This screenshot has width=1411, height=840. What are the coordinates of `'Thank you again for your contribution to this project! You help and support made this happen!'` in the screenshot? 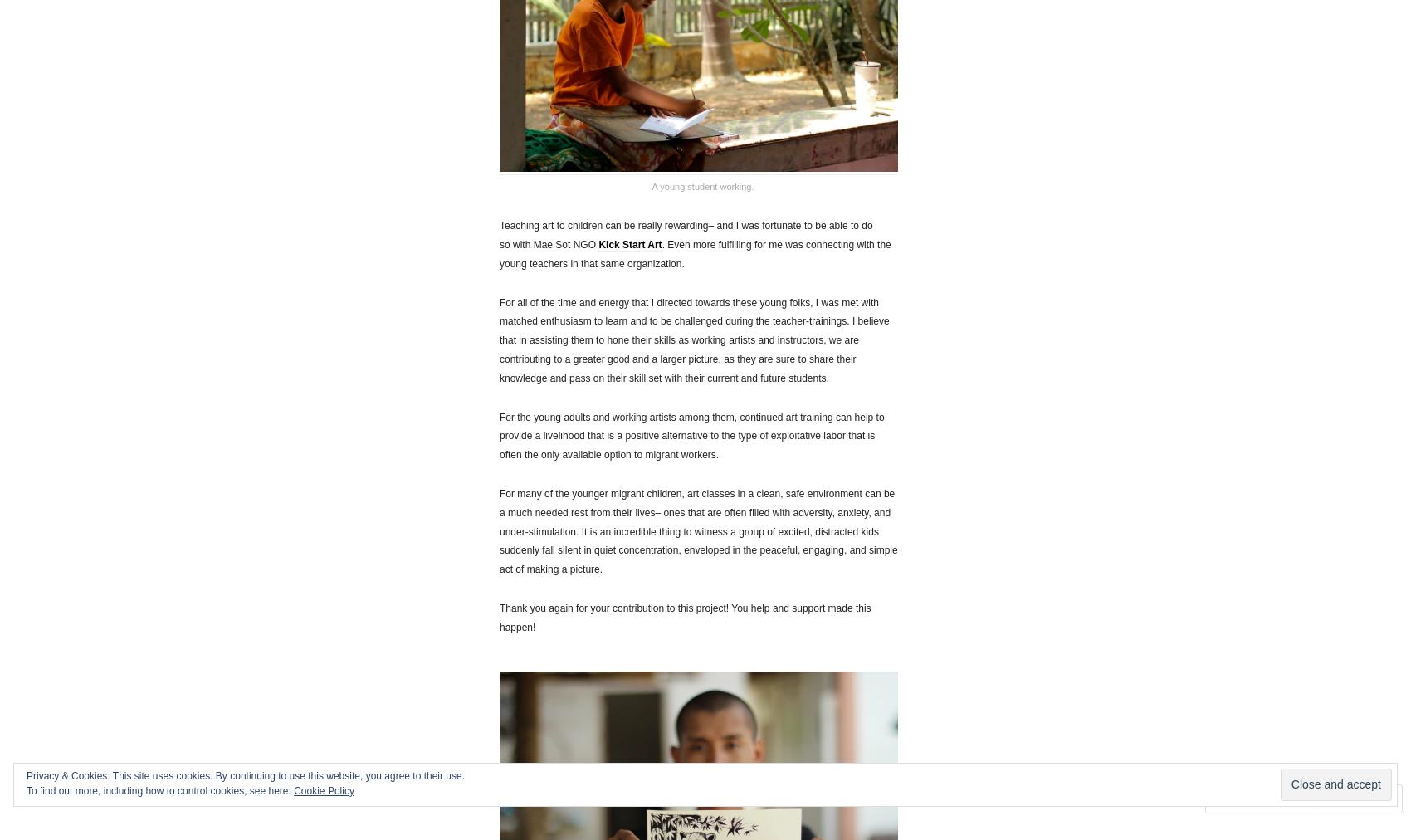 It's located at (498, 617).